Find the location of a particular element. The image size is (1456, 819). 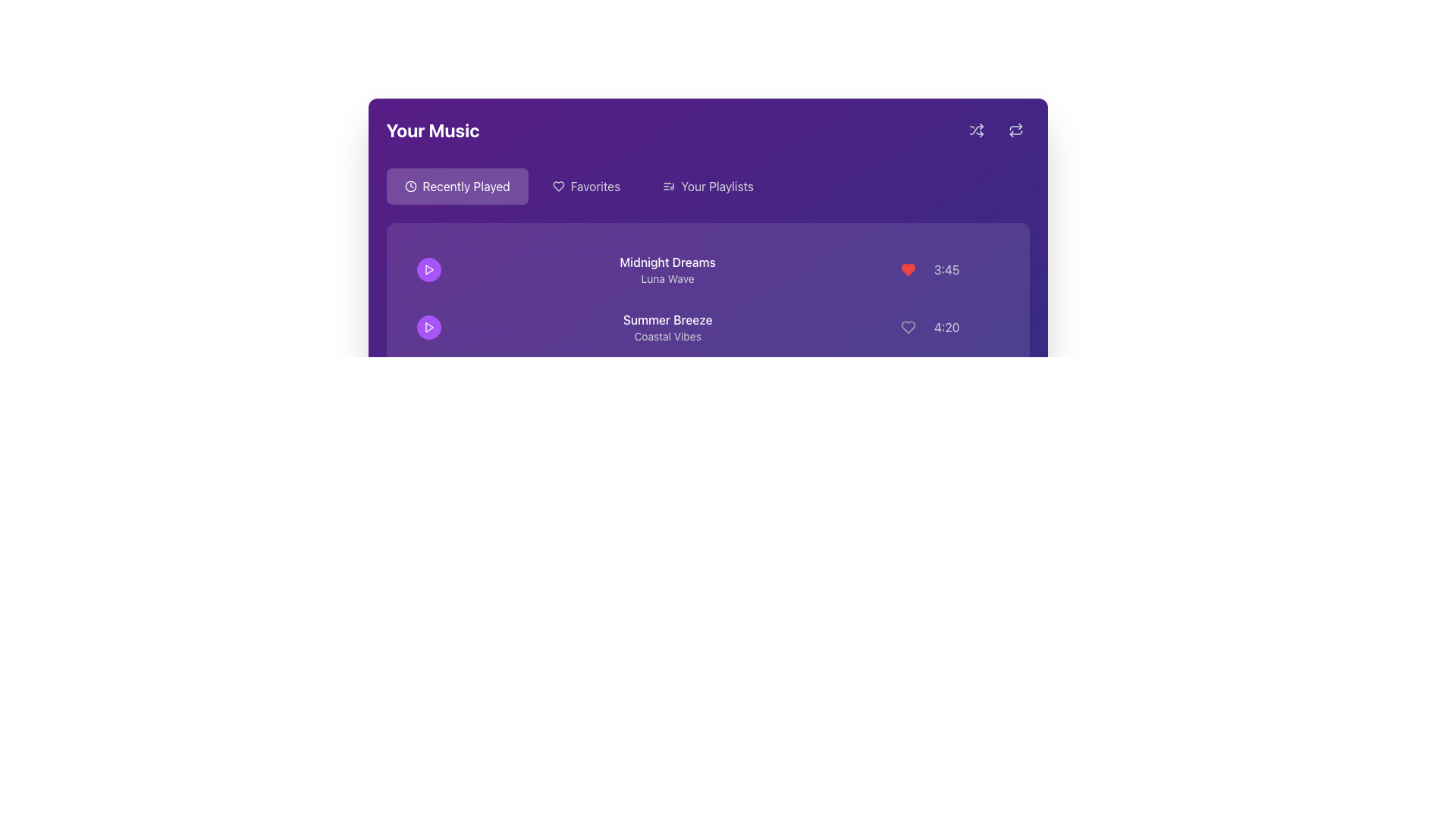

the Text element that serves as the title and subtitle of a track, centrally located in the second row of the playlist section is located at coordinates (667, 268).